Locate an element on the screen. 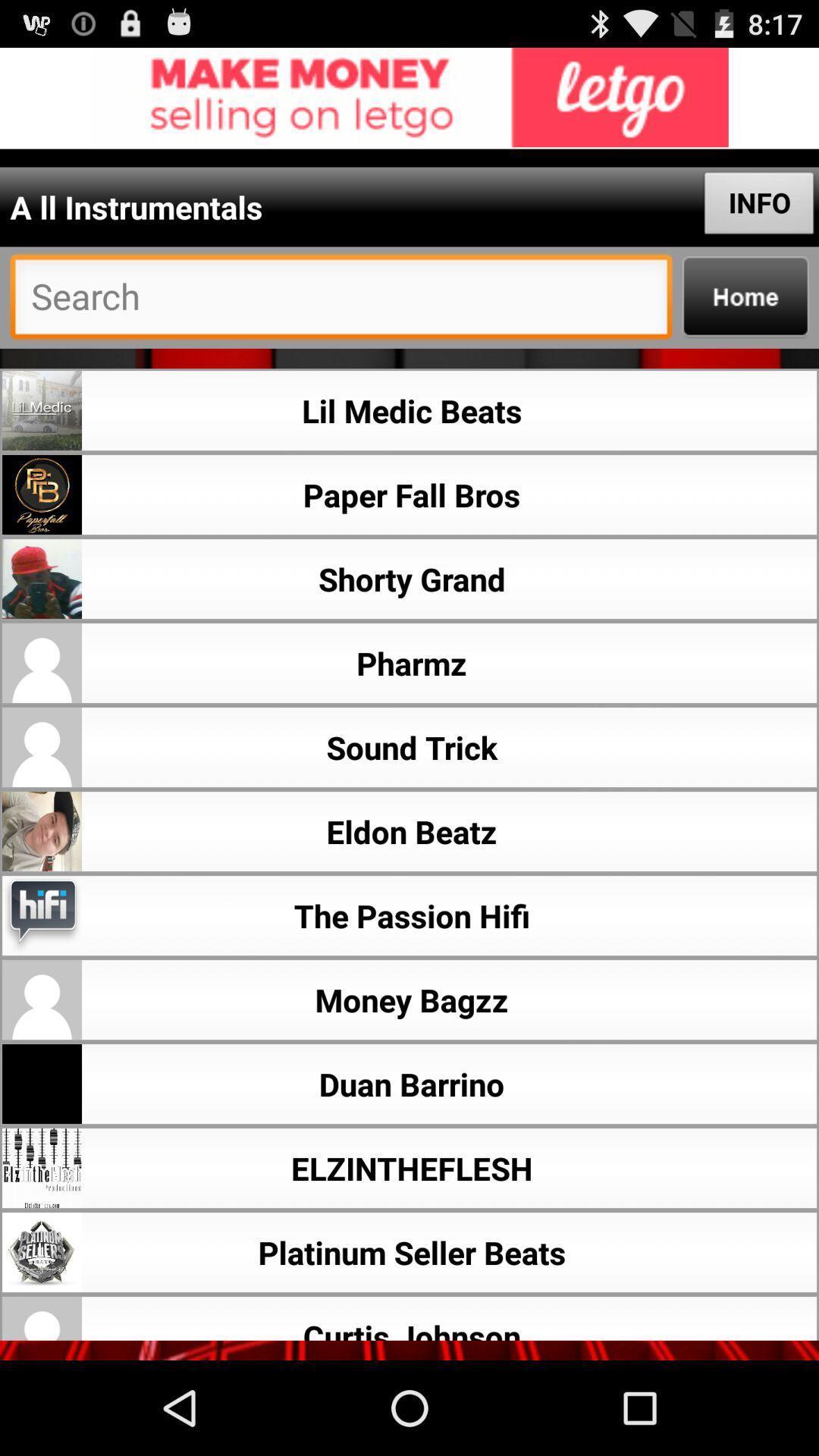  serch is located at coordinates (341, 300).